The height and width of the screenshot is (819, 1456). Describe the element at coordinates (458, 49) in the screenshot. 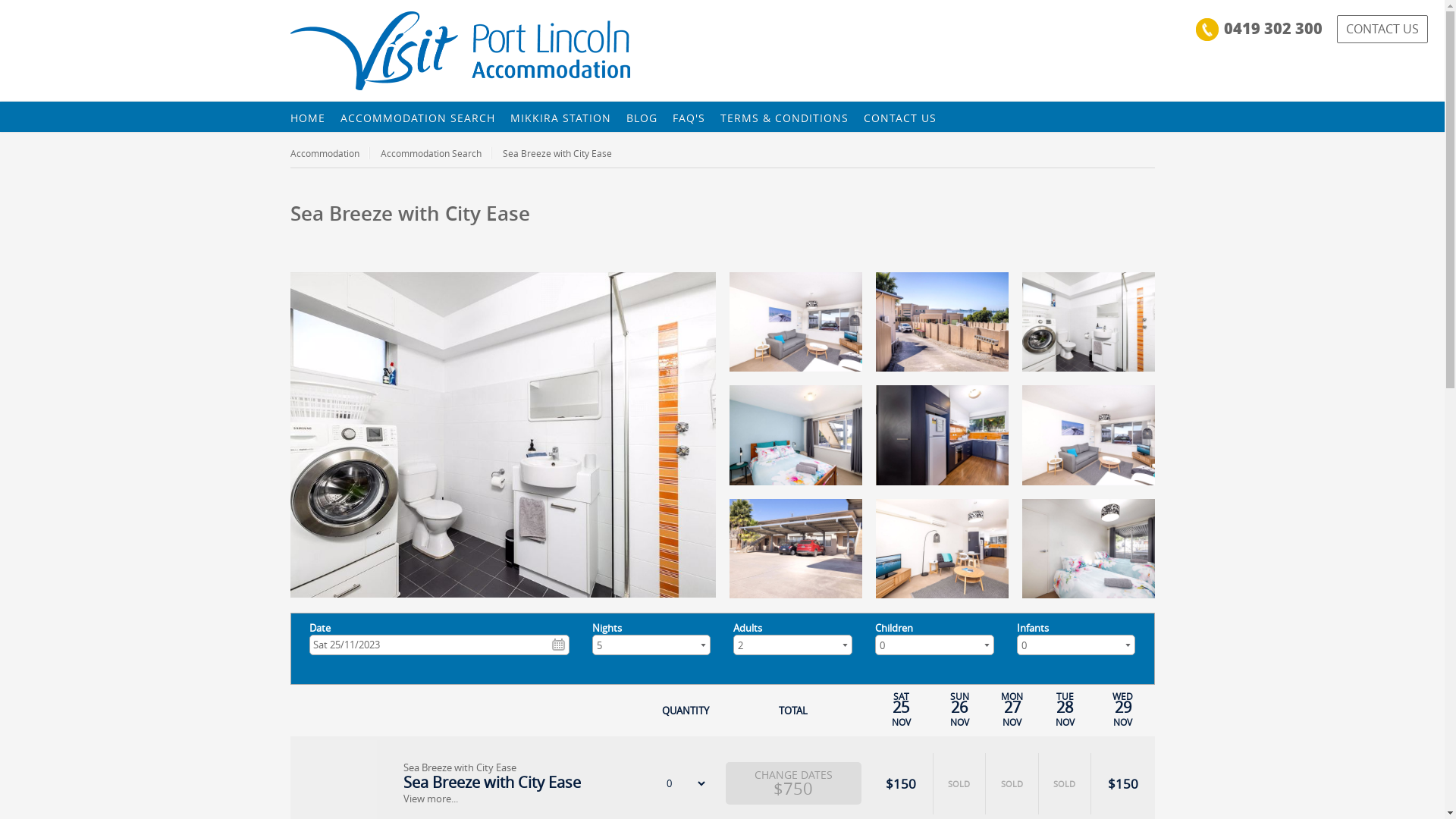

I see `'Visit Port Lincoln | Visit Port Lincoln   Apartments'` at that location.